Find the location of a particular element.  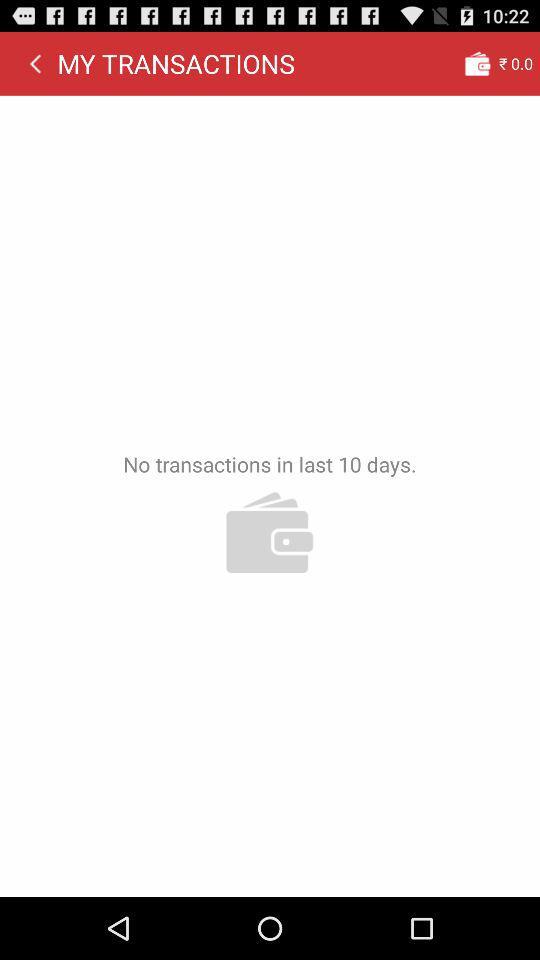

go back is located at coordinates (35, 63).